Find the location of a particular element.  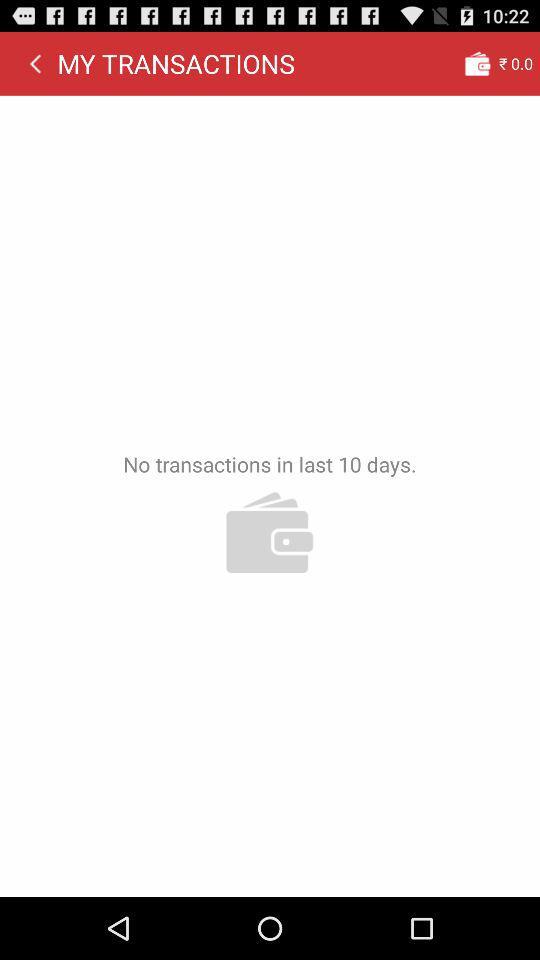

go back is located at coordinates (35, 63).